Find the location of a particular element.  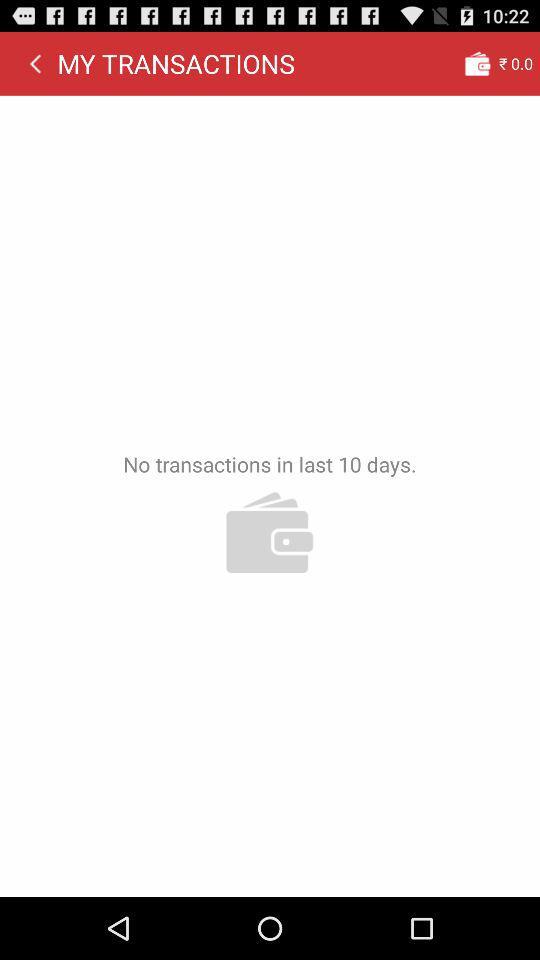

go back is located at coordinates (35, 63).